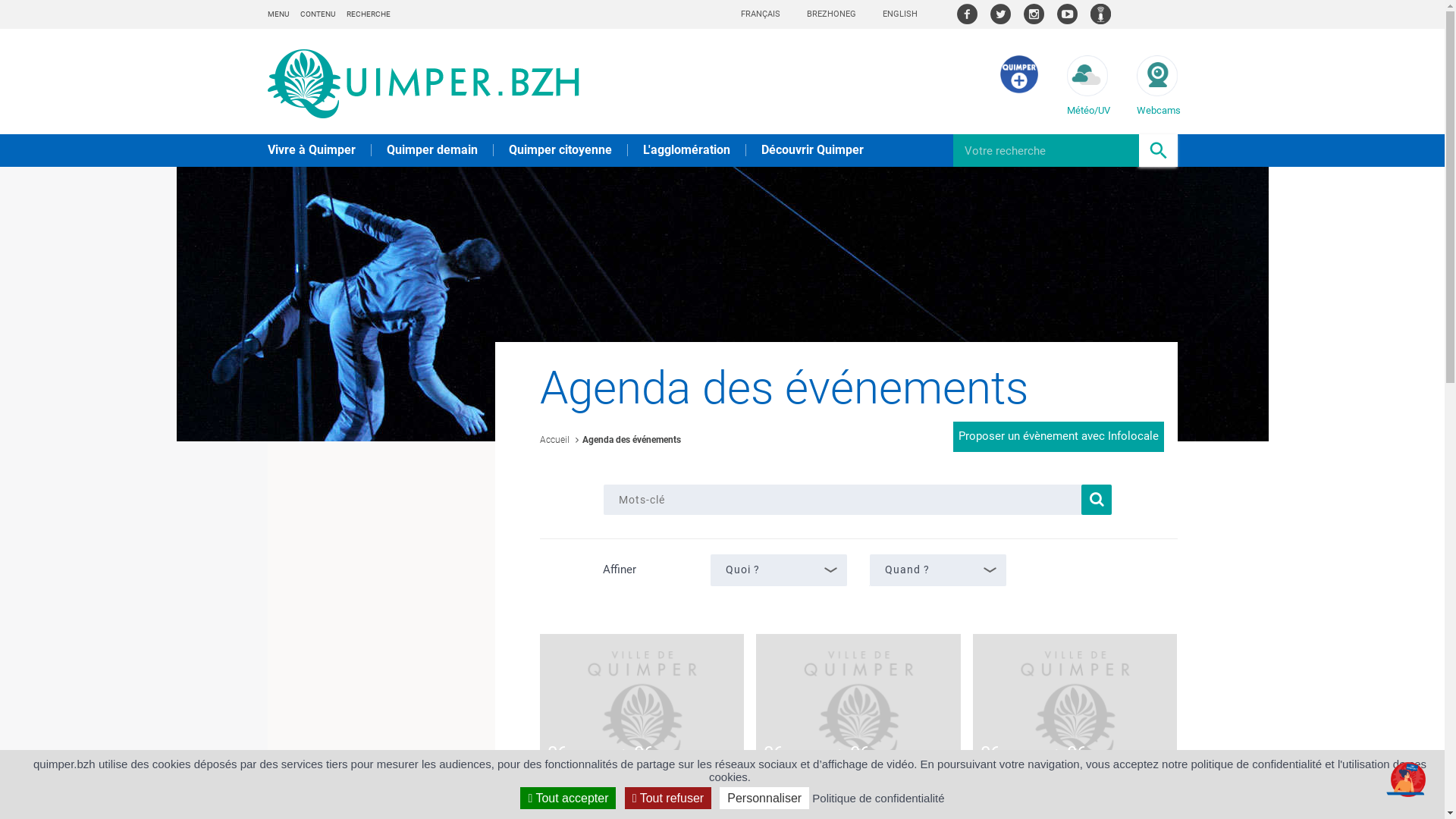 This screenshot has width=1456, height=819. What do you see at coordinates (667, 797) in the screenshot?
I see `'Tout refuser'` at bounding box center [667, 797].